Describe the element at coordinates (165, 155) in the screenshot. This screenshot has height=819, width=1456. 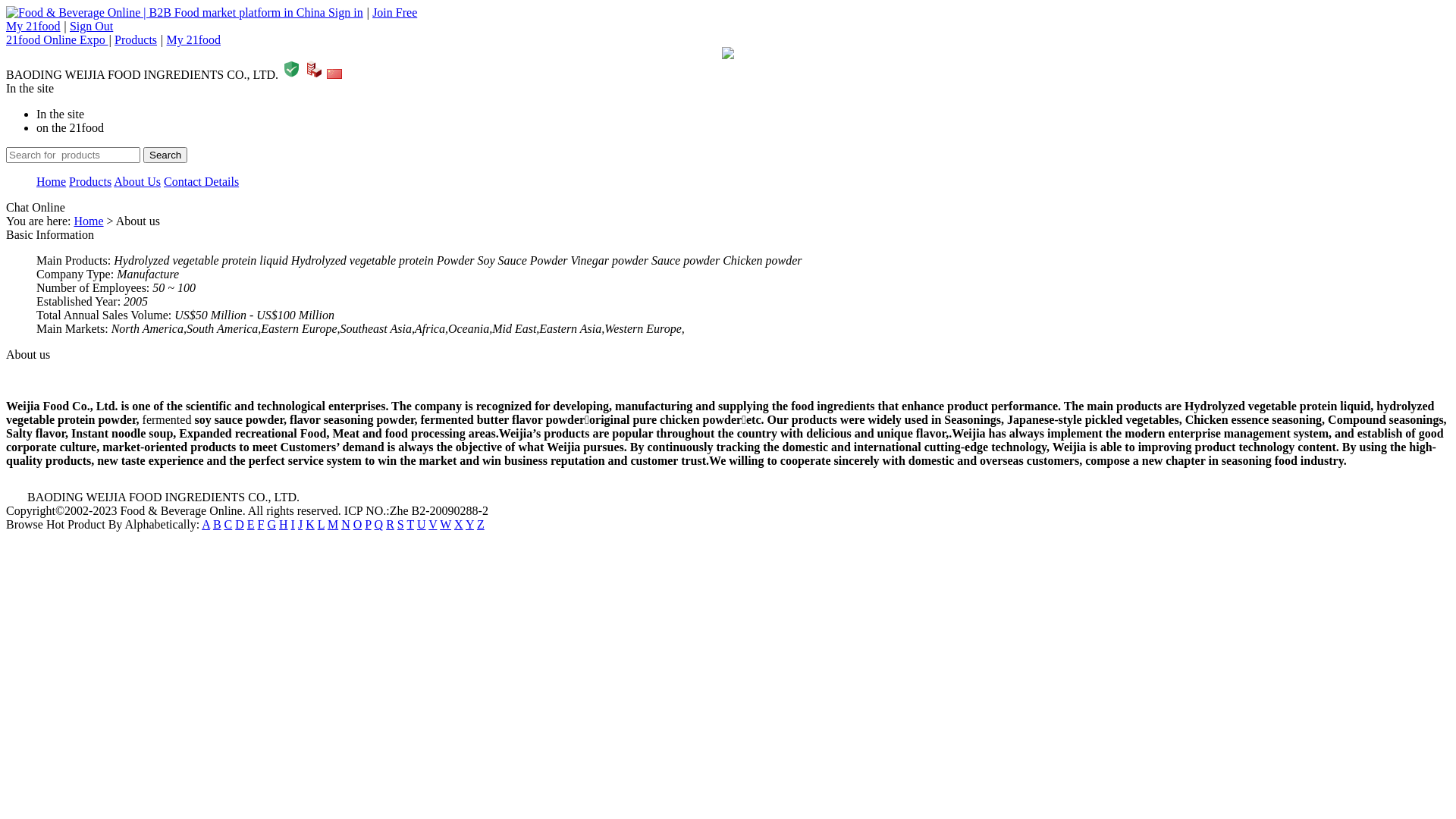
I see `'Search'` at that location.